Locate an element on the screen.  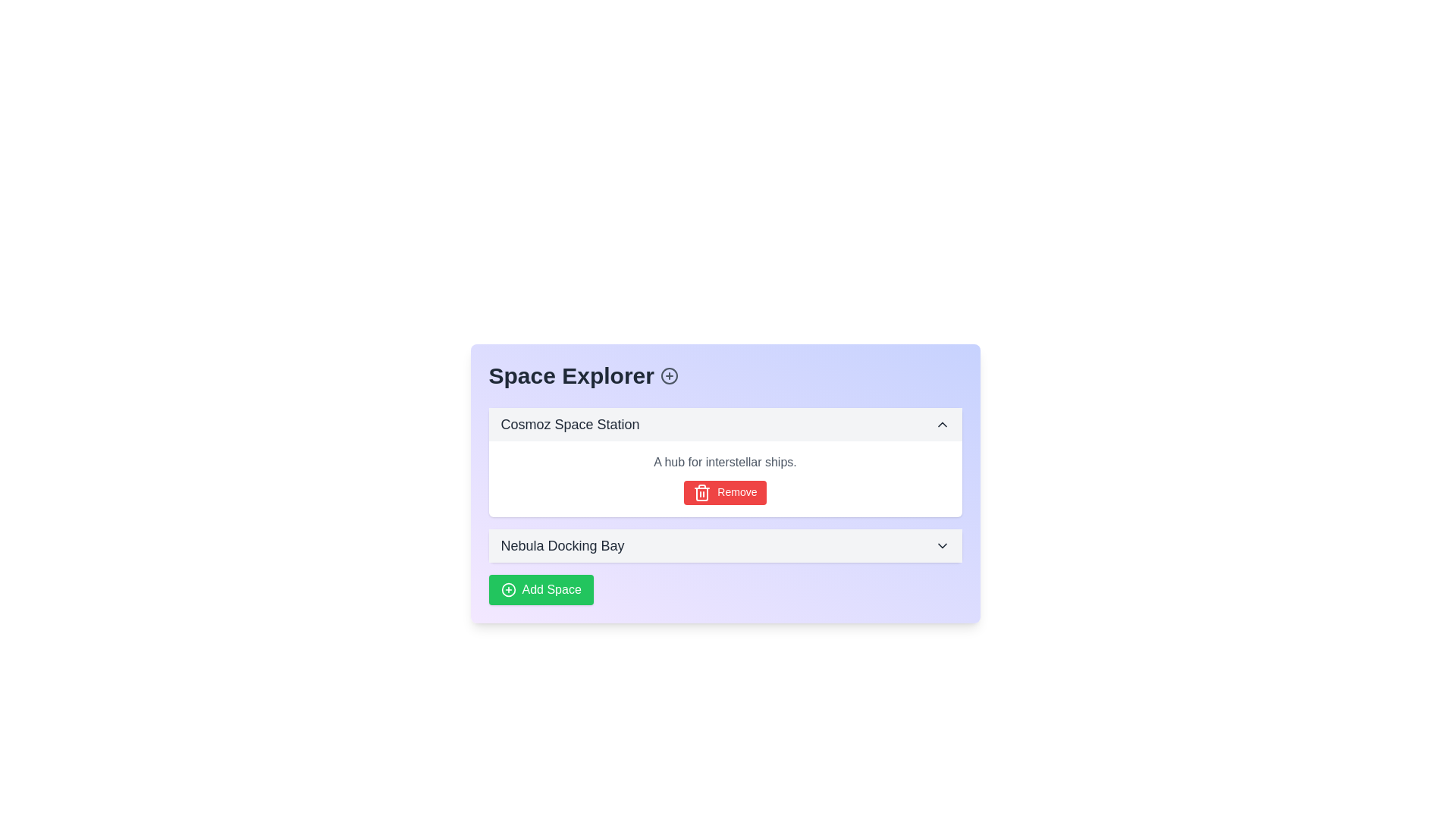
the trash icon with a red background located to the left of the 'Remove' button text in the 'Cosmoz Space Station' panel is located at coordinates (701, 493).